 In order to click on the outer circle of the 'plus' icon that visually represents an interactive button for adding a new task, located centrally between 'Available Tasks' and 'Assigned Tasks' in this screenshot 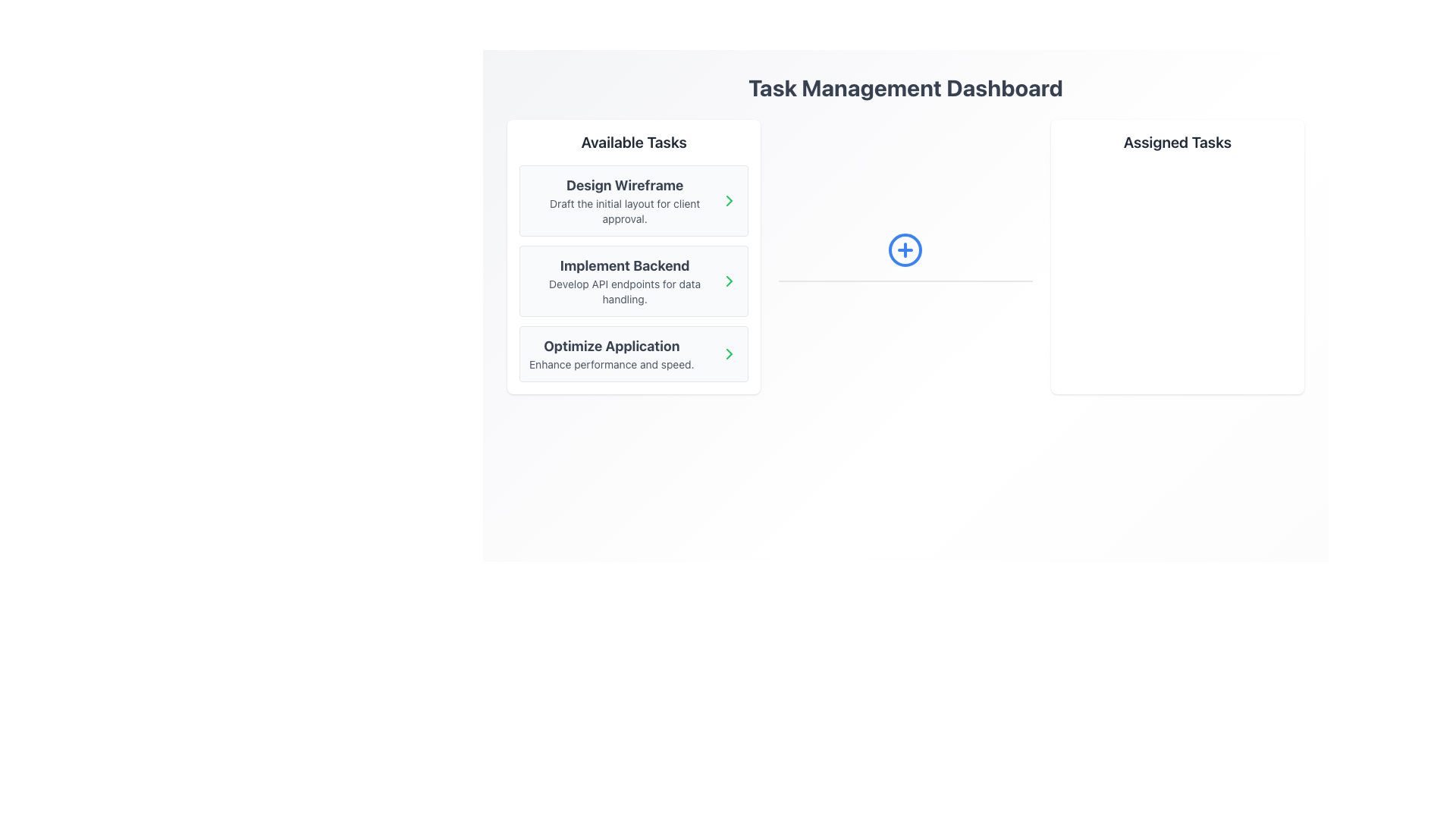, I will do `click(905, 249)`.